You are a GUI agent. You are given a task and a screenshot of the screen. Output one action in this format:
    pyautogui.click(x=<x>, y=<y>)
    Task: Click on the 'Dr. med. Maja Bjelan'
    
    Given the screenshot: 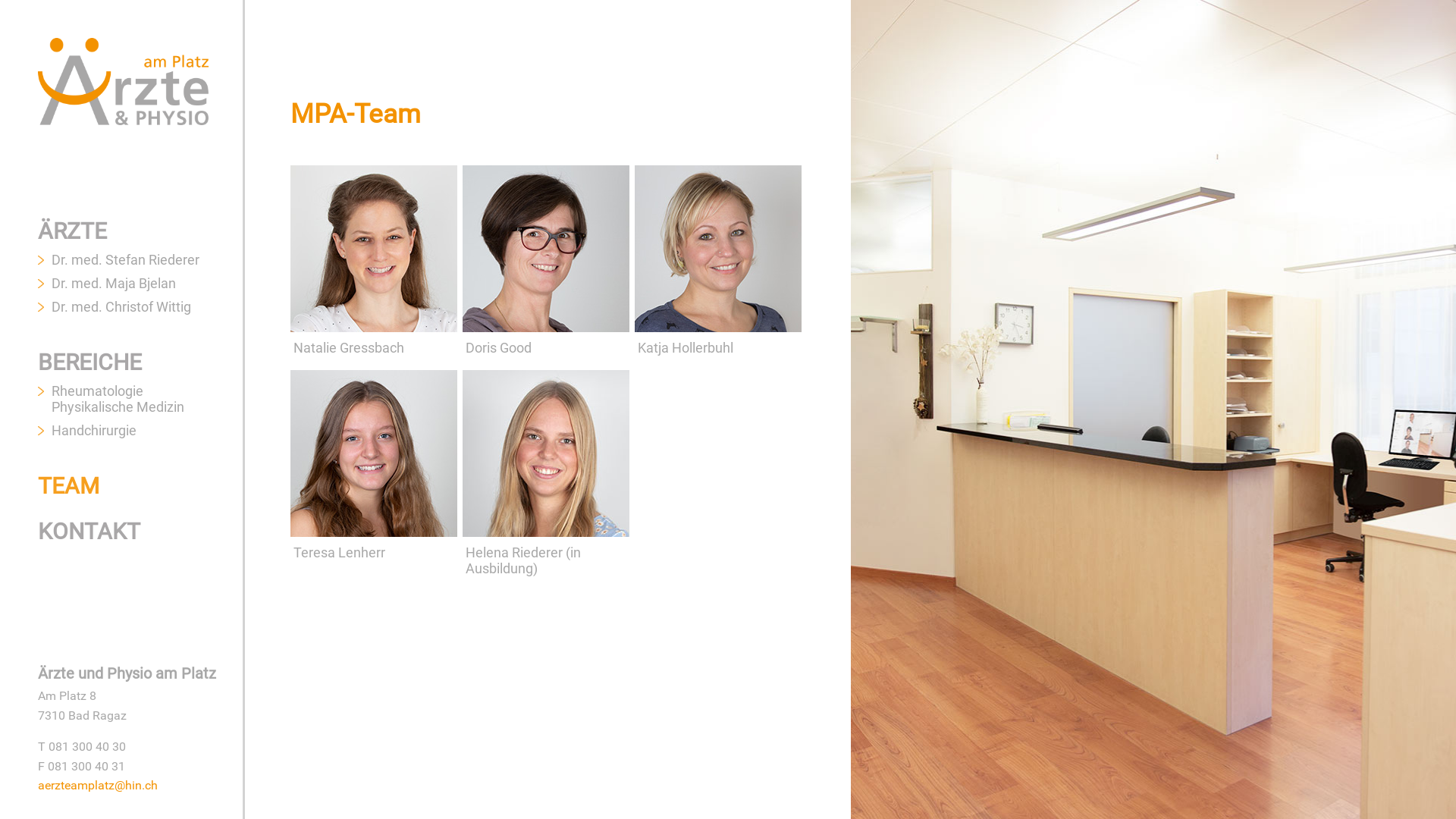 What is the action you would take?
    pyautogui.click(x=112, y=283)
    